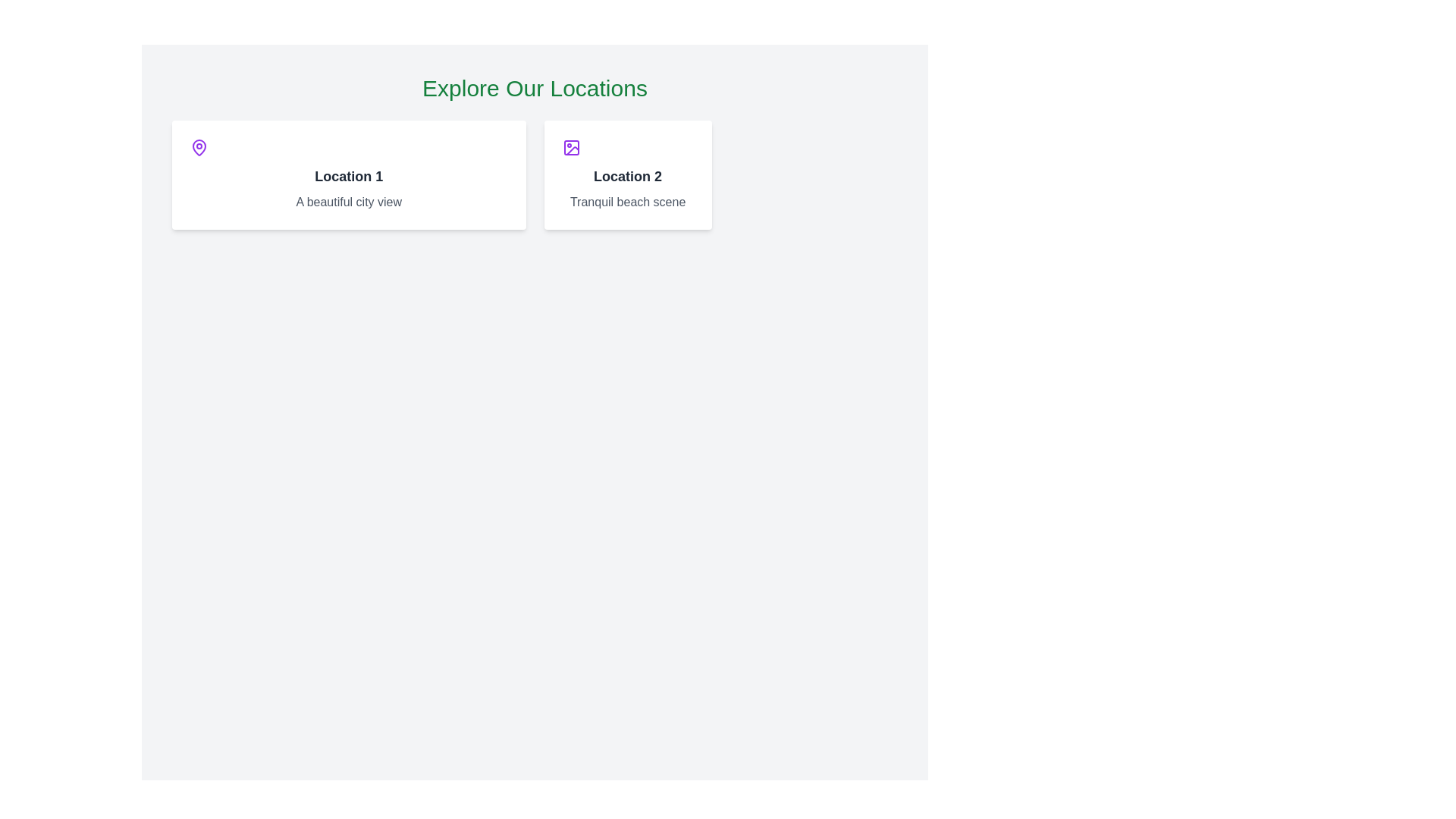 The height and width of the screenshot is (819, 1456). Describe the element at coordinates (199, 148) in the screenshot. I see `the location marker icon situated at the top-left corner inside the card labeled 'Location 1'` at that location.